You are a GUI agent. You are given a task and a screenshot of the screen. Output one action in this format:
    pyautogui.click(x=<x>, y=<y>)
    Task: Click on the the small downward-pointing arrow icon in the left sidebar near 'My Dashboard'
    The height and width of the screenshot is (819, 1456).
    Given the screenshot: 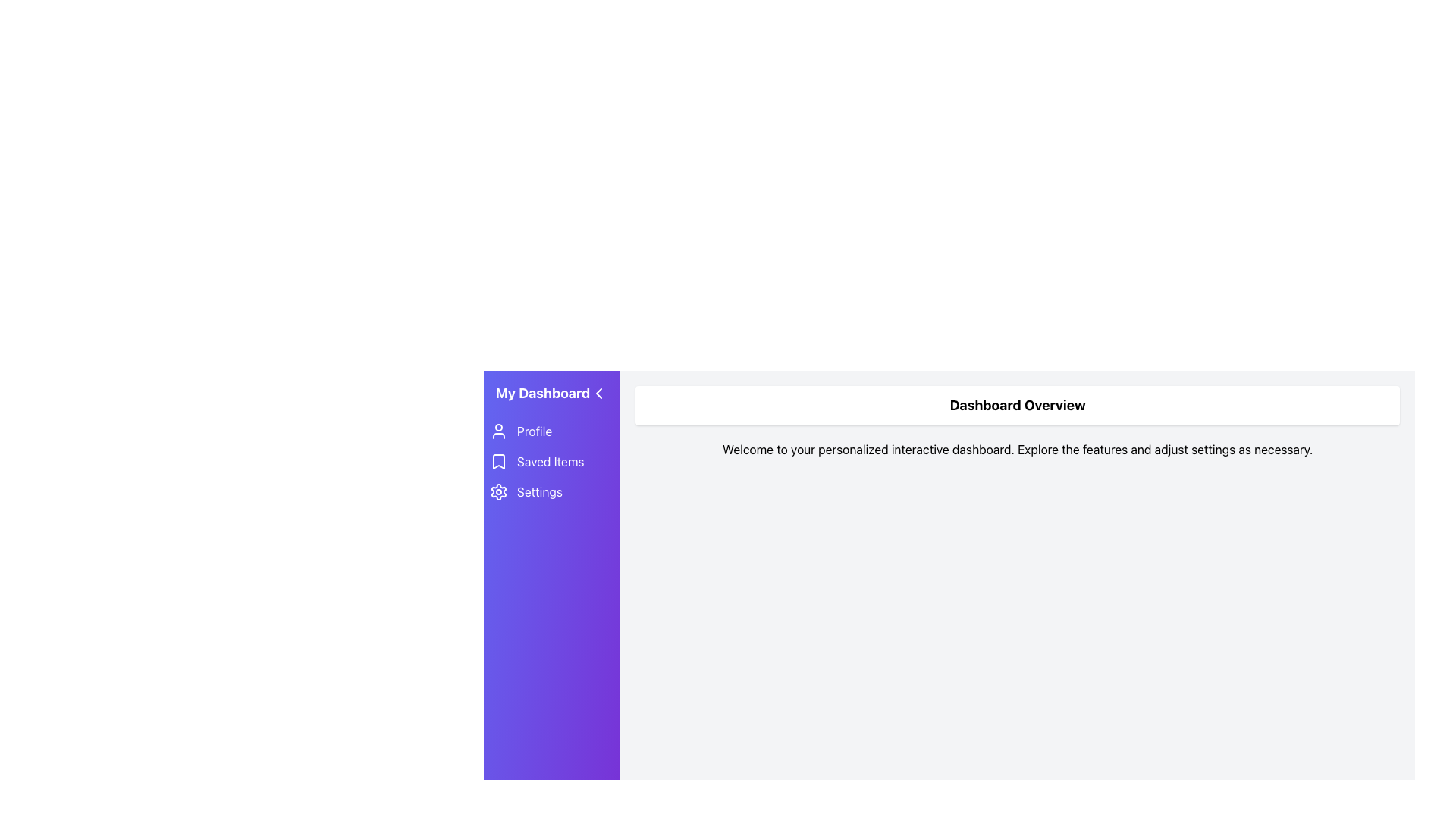 What is the action you would take?
    pyautogui.click(x=598, y=393)
    